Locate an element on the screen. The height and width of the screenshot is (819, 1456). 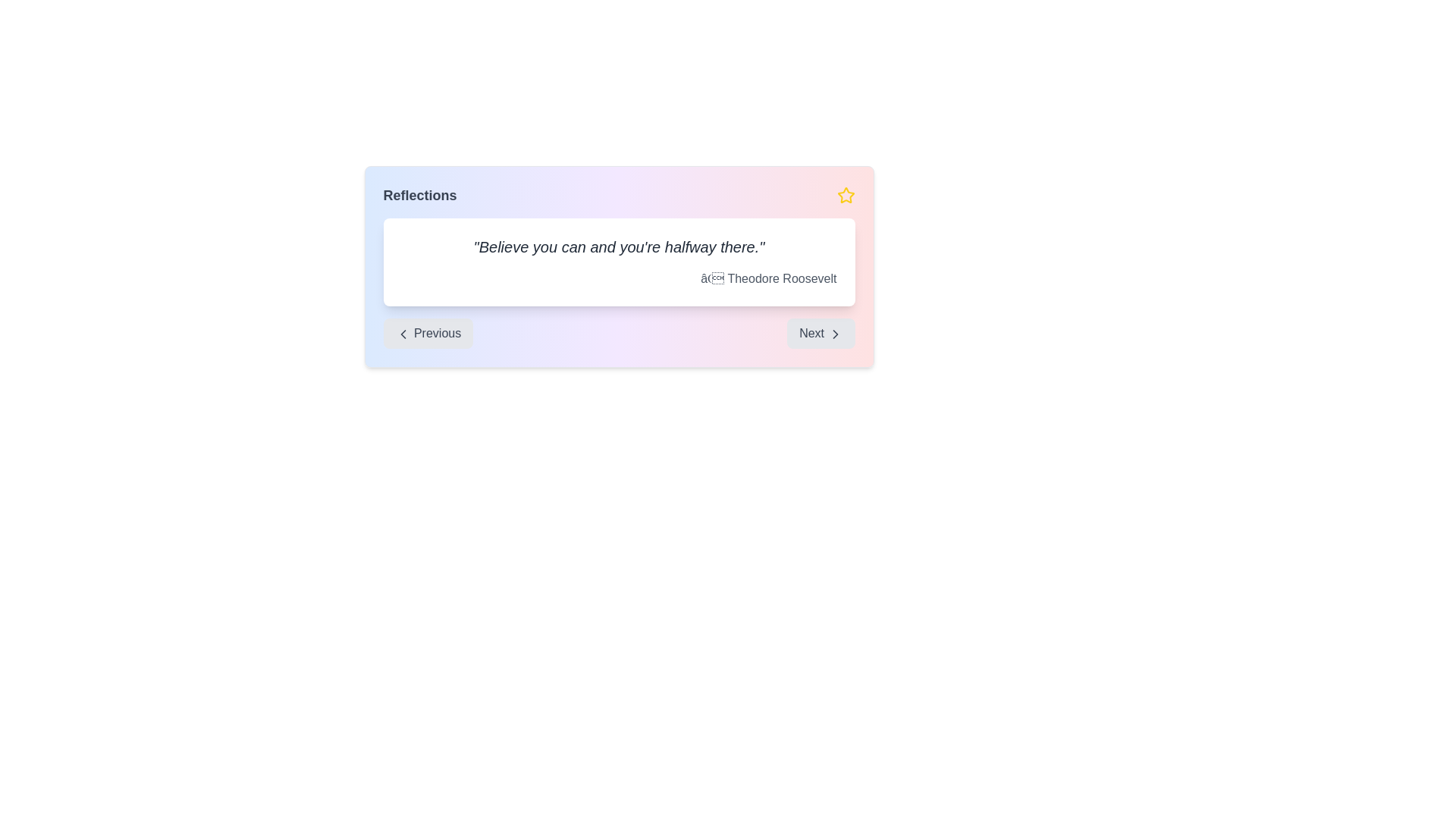
the 'Previous' button, which is a rectangular button with rounded corners located at the bottom left of the navigation control, displaying the text 'Previous' and an arrow icon pointing left is located at coordinates (427, 332).